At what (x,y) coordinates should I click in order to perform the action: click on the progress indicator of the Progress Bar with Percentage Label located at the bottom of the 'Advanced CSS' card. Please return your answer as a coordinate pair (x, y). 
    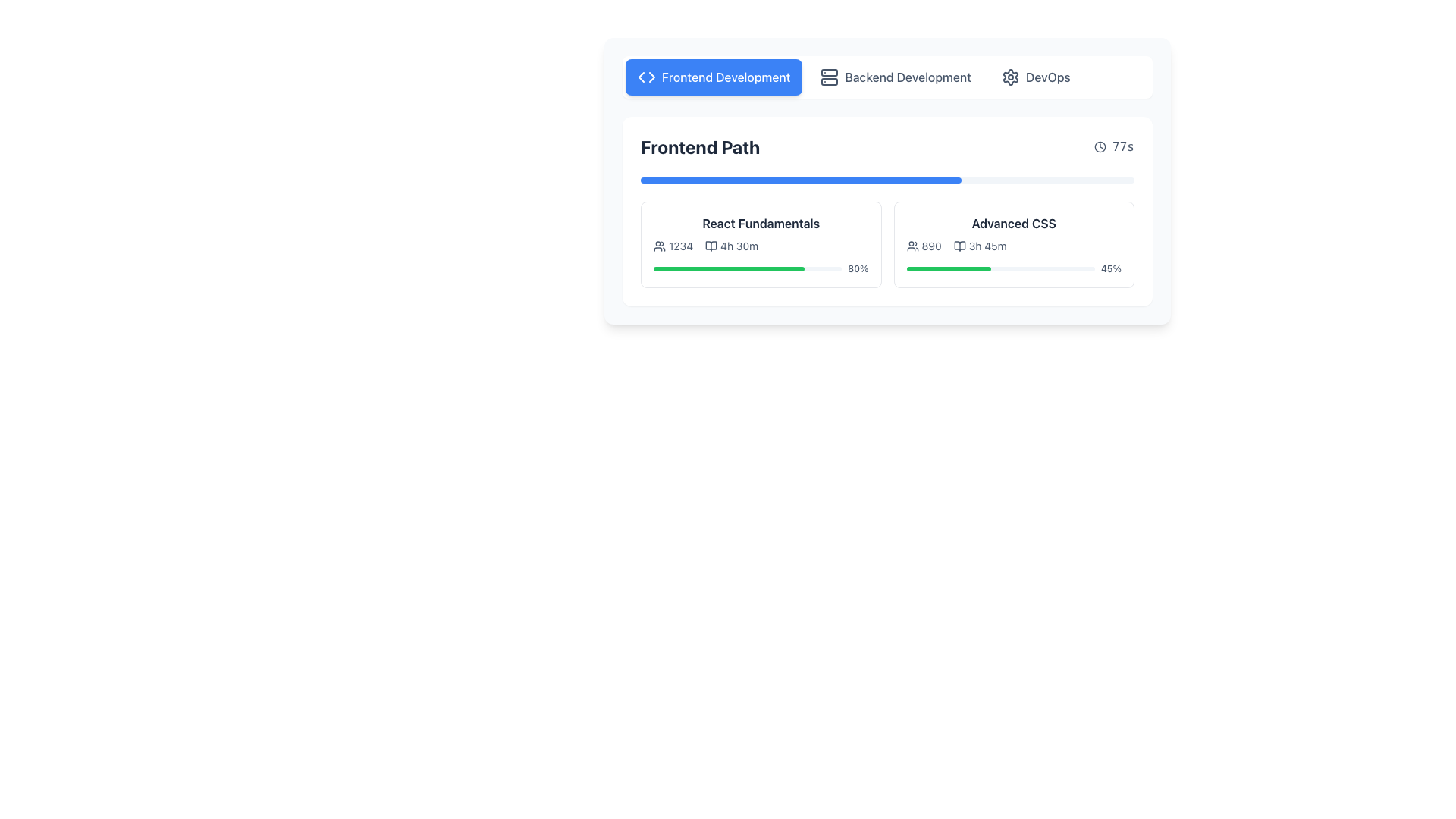
    Looking at the image, I should click on (1014, 268).